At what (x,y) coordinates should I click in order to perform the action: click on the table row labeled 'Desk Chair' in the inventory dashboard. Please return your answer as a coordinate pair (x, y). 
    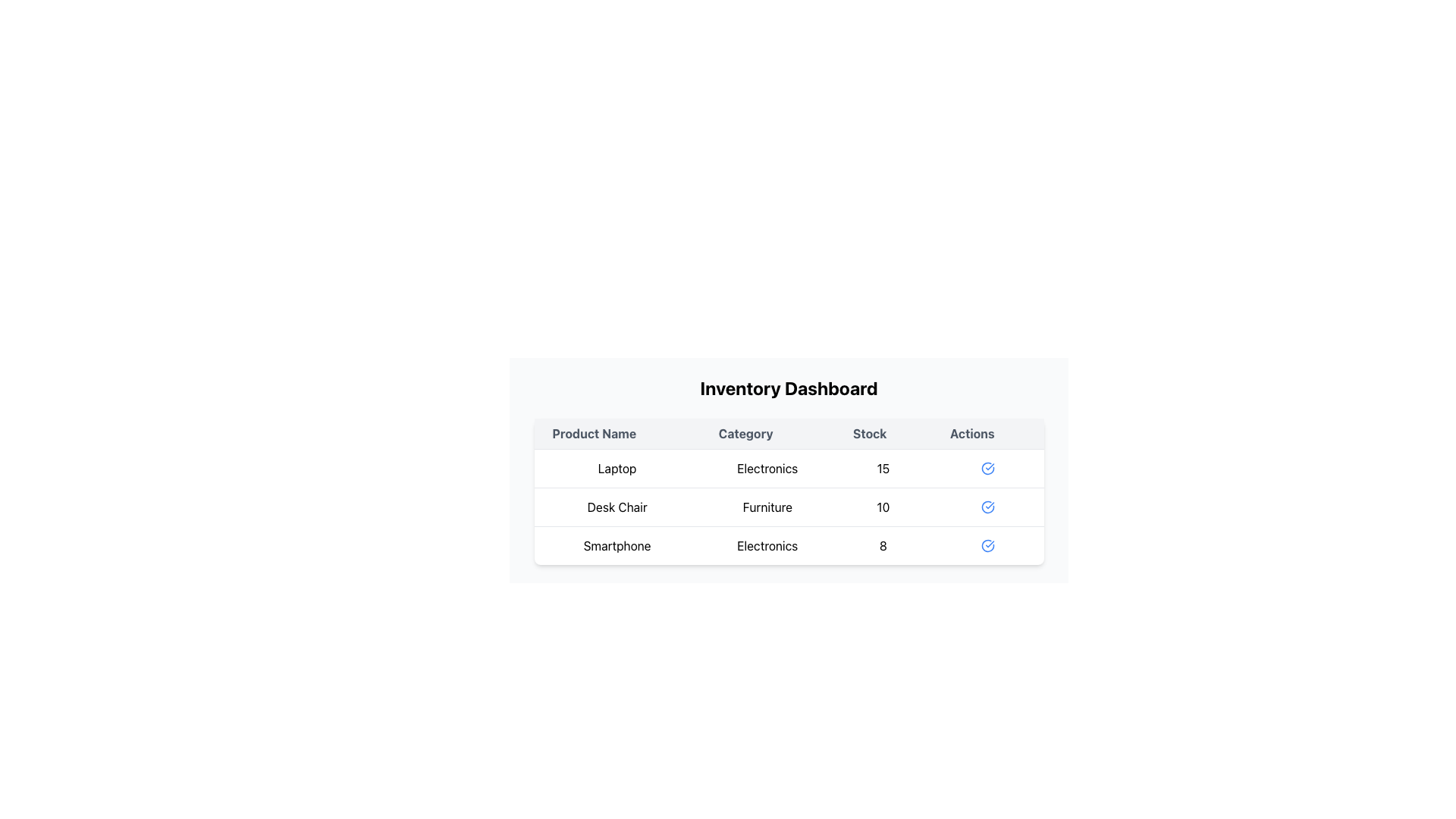
    Looking at the image, I should click on (789, 507).